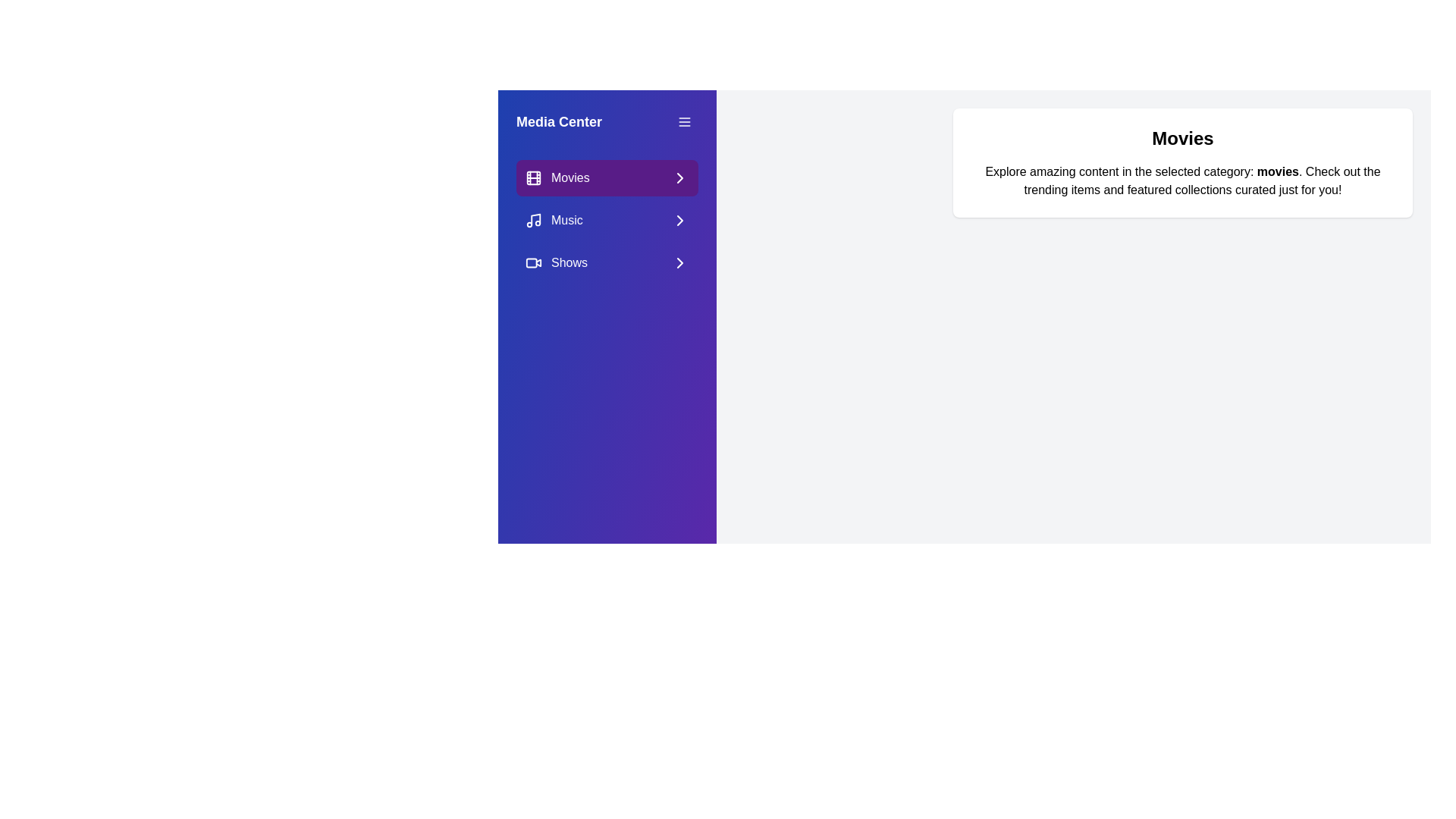  What do you see at coordinates (569, 262) in the screenshot?
I see `the 'Shows' category text label in the vertical navigation menu` at bounding box center [569, 262].